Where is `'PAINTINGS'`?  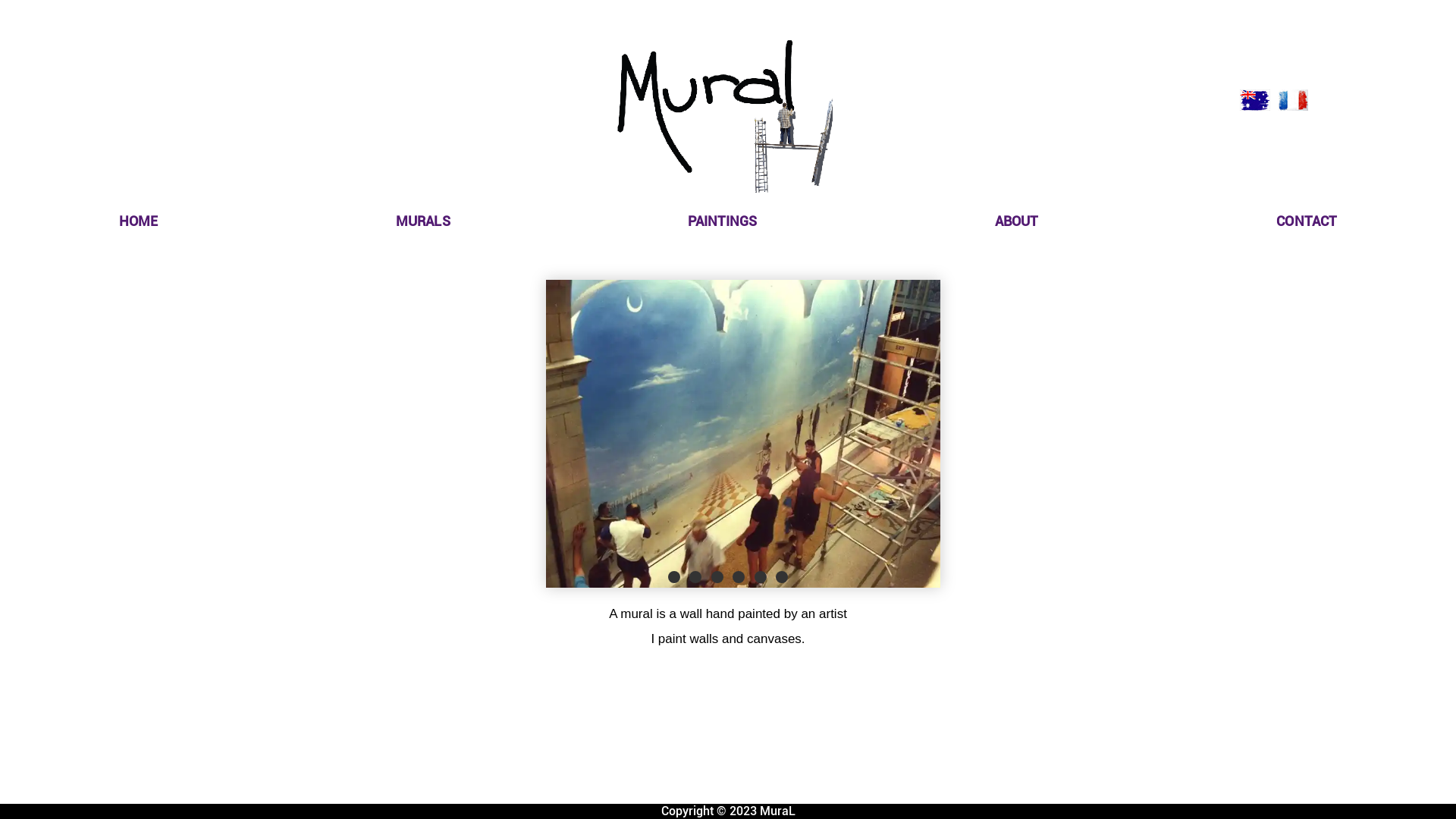
'PAINTINGS' is located at coordinates (721, 221).